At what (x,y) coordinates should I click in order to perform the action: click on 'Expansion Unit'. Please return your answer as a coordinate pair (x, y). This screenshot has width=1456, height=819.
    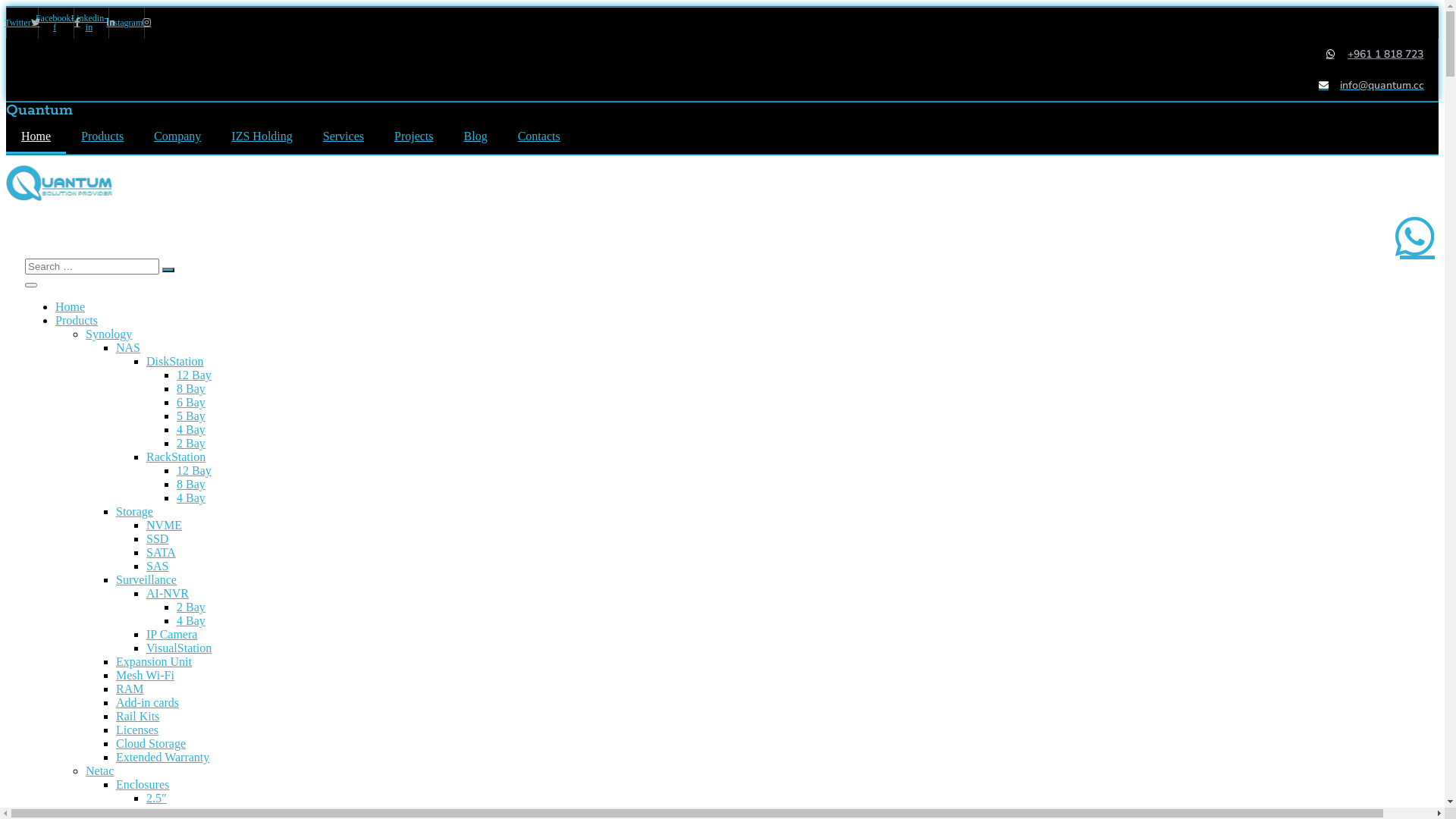
    Looking at the image, I should click on (153, 661).